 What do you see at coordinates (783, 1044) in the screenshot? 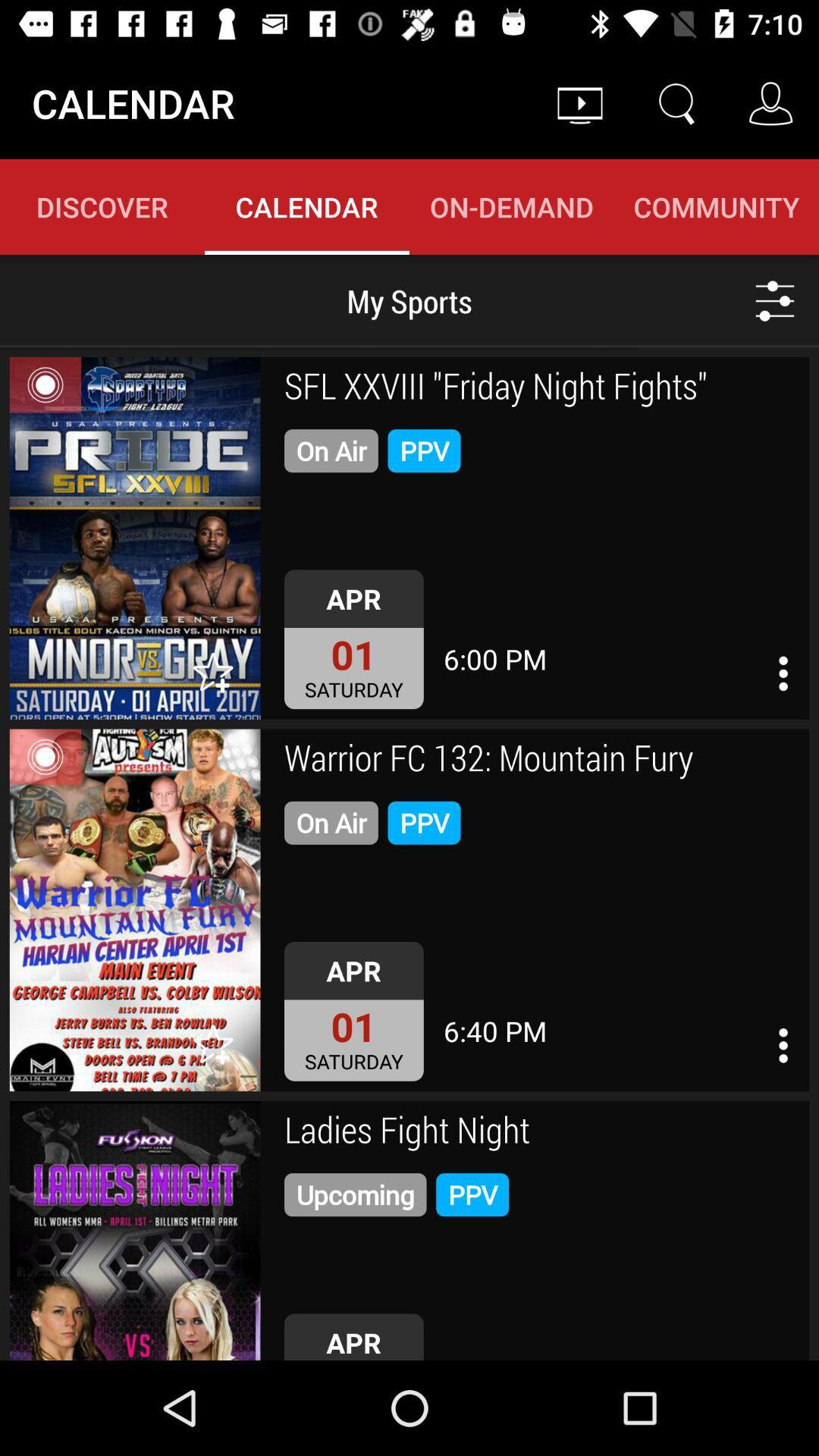
I see `more option` at bounding box center [783, 1044].